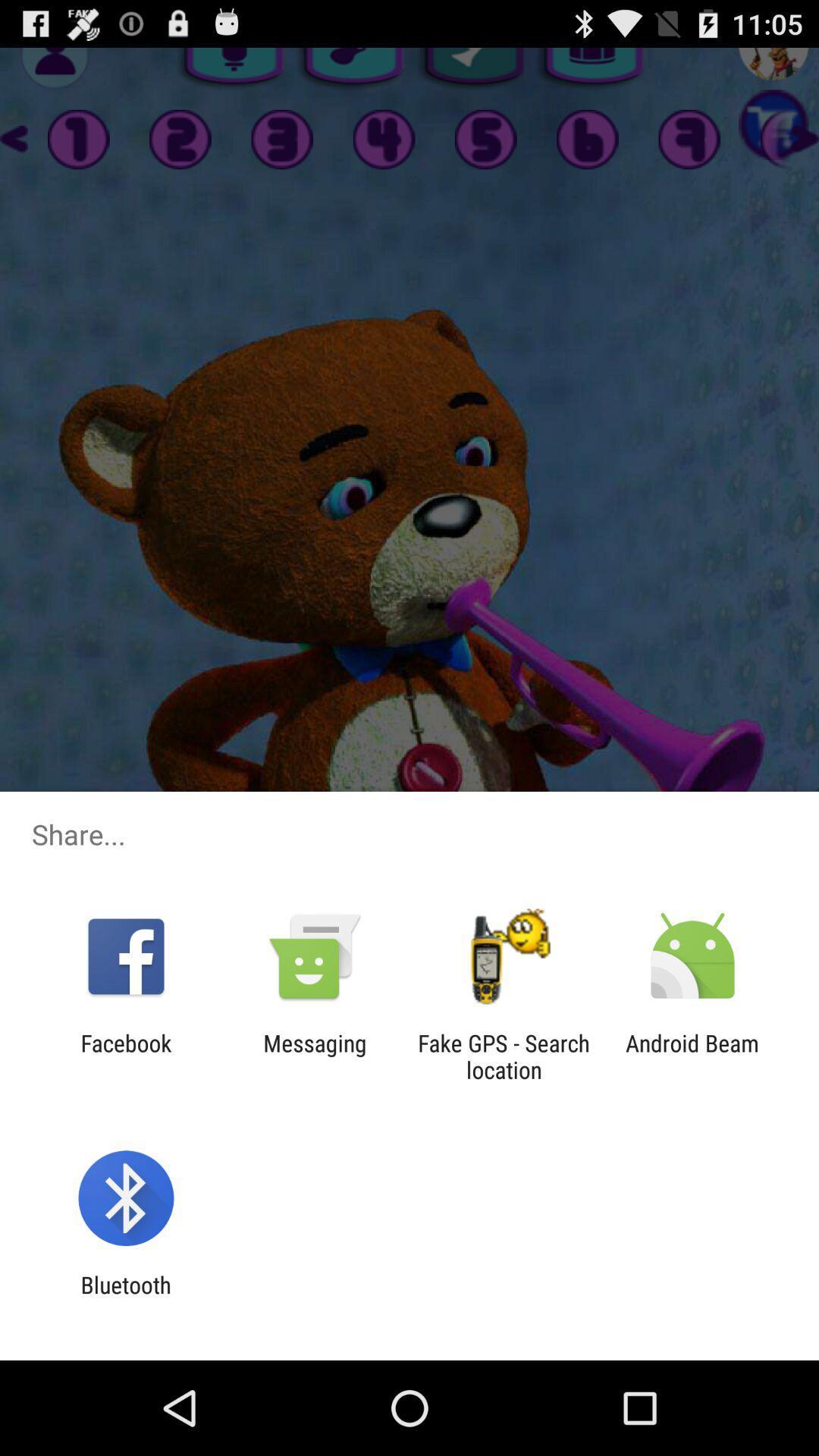 This screenshot has height=1456, width=819. I want to click on icon to the right of the messaging app, so click(504, 1056).